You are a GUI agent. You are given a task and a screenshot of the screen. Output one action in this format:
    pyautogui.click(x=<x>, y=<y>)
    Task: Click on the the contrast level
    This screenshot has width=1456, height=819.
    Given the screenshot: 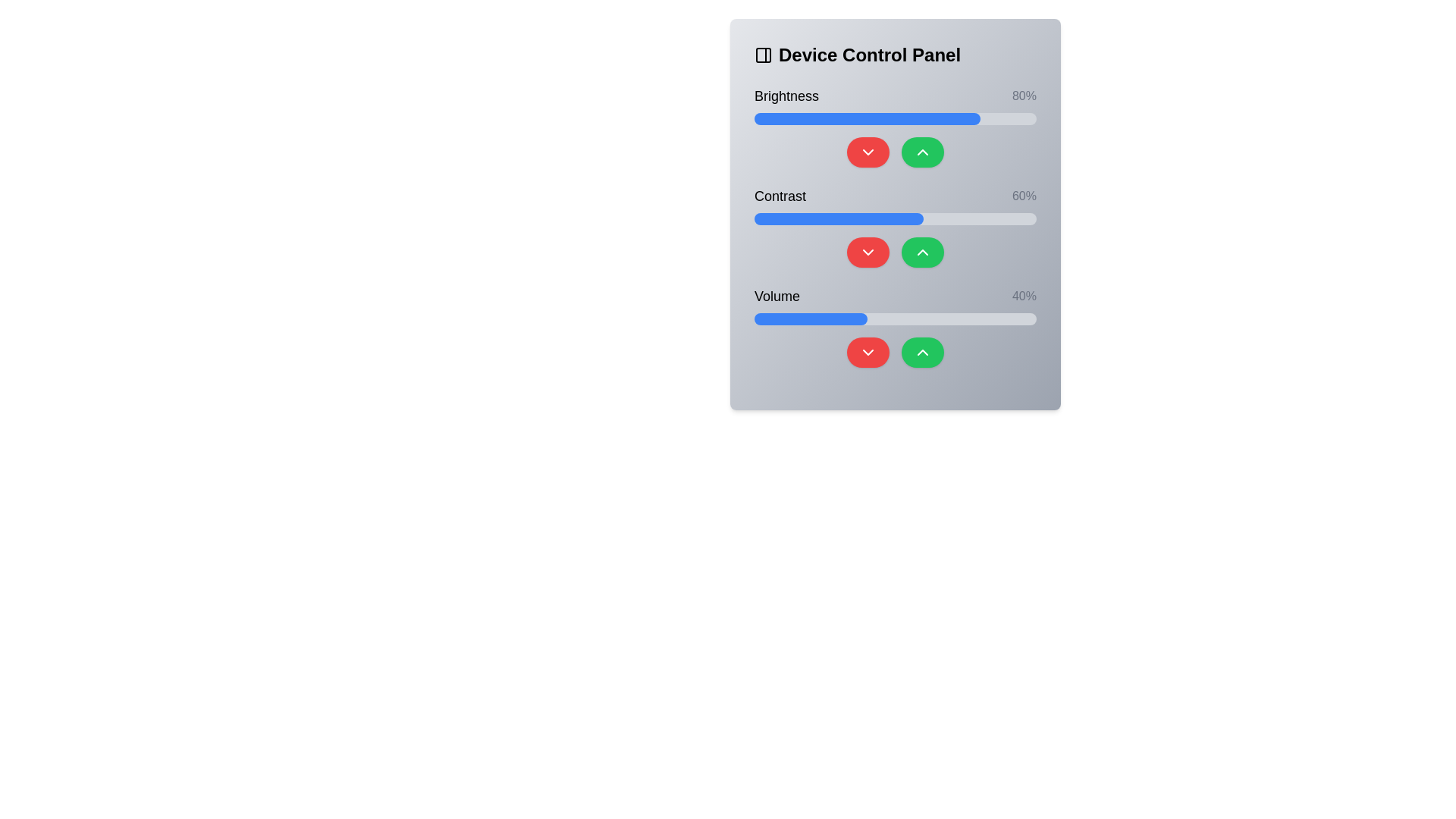 What is the action you would take?
    pyautogui.click(x=867, y=219)
    